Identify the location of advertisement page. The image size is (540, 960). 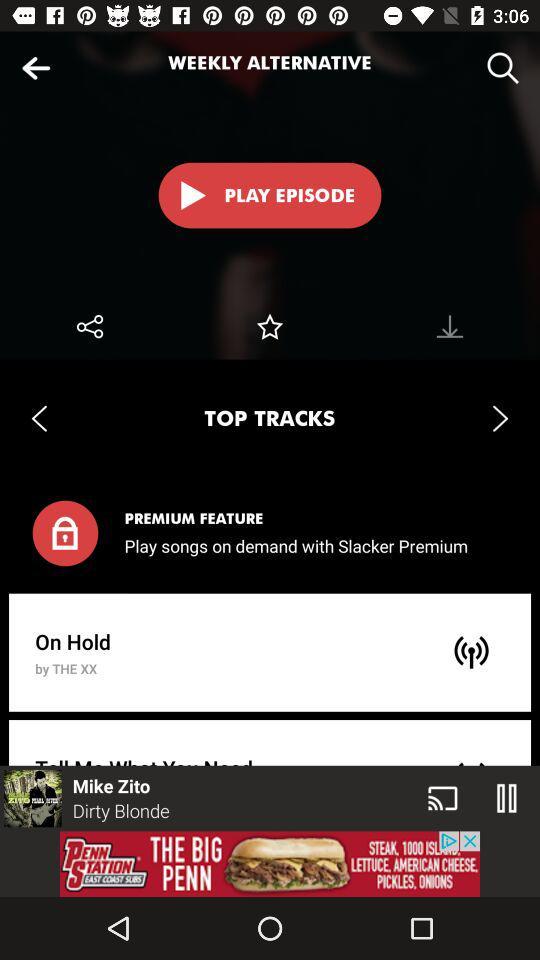
(270, 863).